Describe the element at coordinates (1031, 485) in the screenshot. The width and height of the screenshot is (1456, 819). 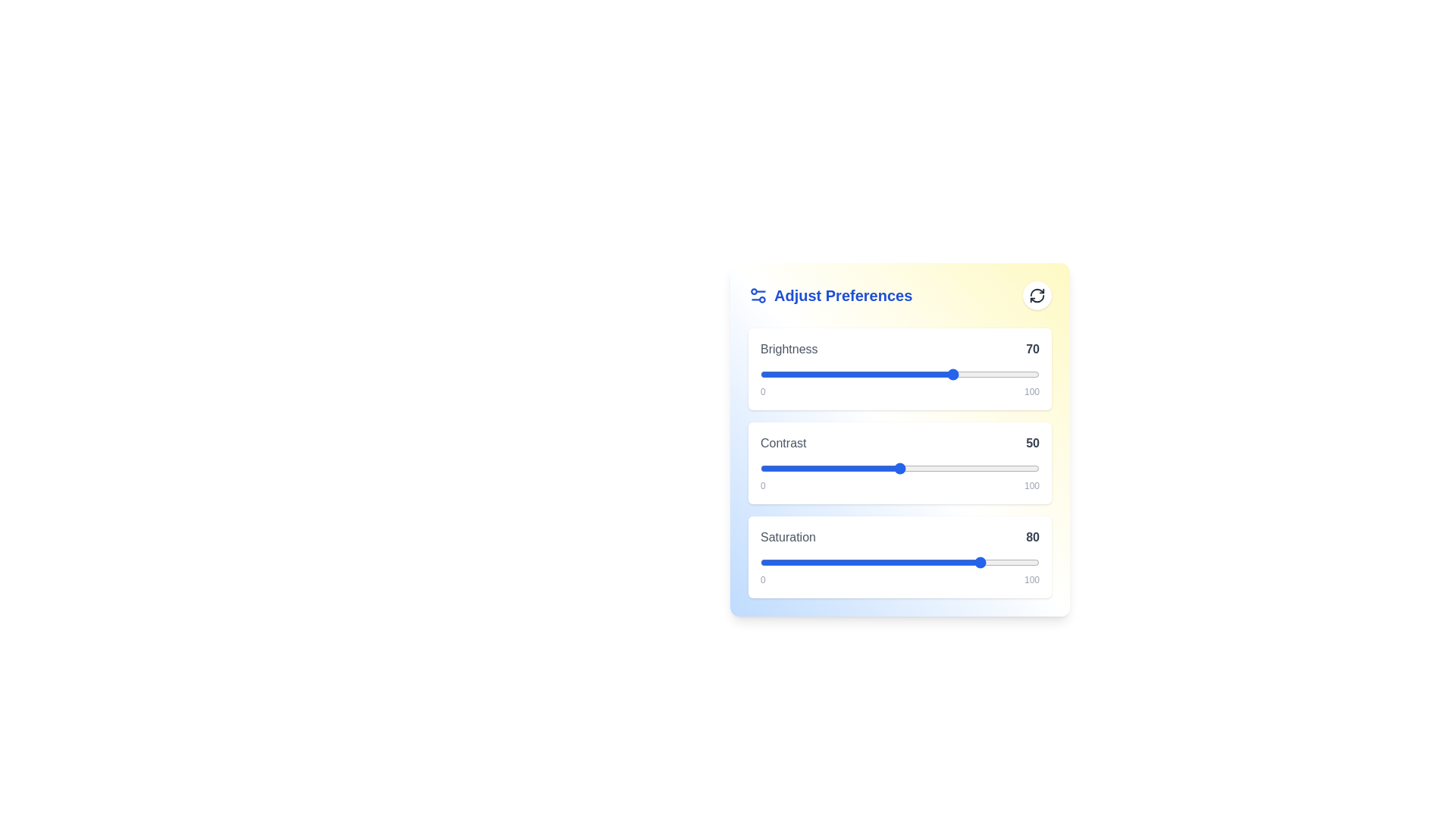
I see `the text label displaying the number '100,' which is in a light gray font on the far-right side of the 'Contrast' slider in the 'Adjust Preferences' panel` at that location.